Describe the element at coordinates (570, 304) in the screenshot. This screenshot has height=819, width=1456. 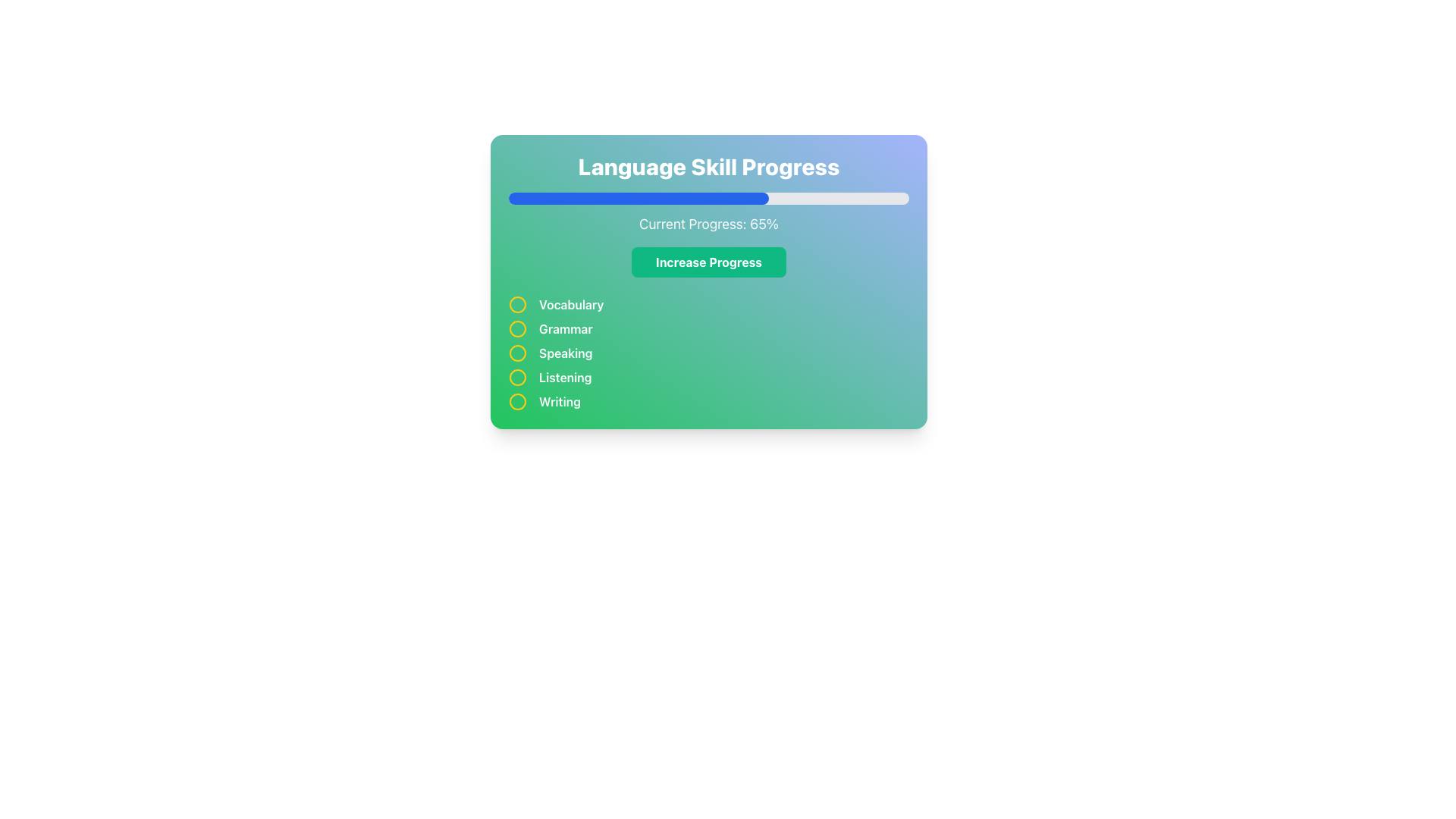
I see `the text label that reads 'Vocabulary', styled with a light gray font and bold typeface, which is the first text label in a vertical list of learning categories` at that location.